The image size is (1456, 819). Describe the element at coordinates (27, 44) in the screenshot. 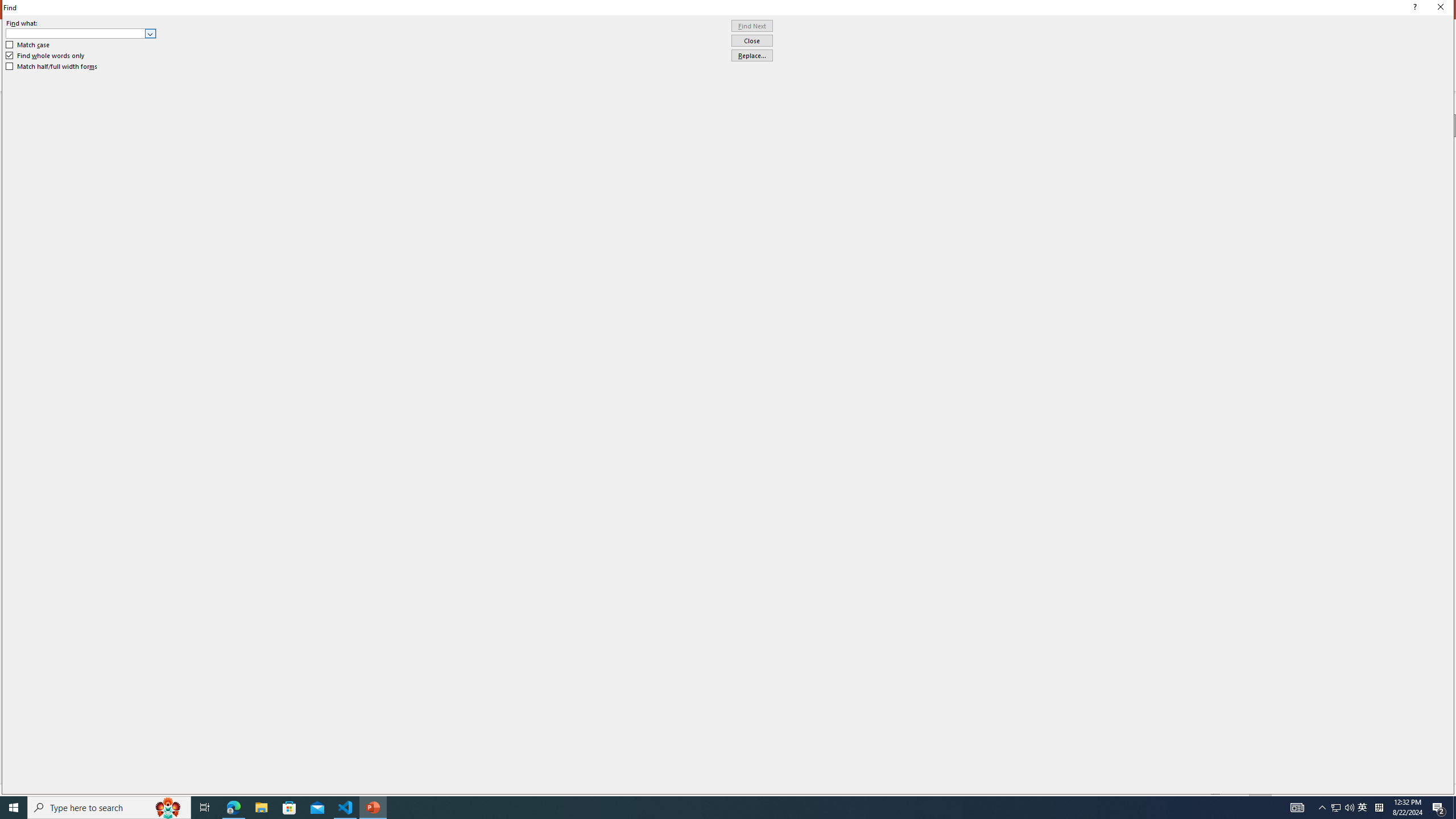

I see `'Match case'` at that location.